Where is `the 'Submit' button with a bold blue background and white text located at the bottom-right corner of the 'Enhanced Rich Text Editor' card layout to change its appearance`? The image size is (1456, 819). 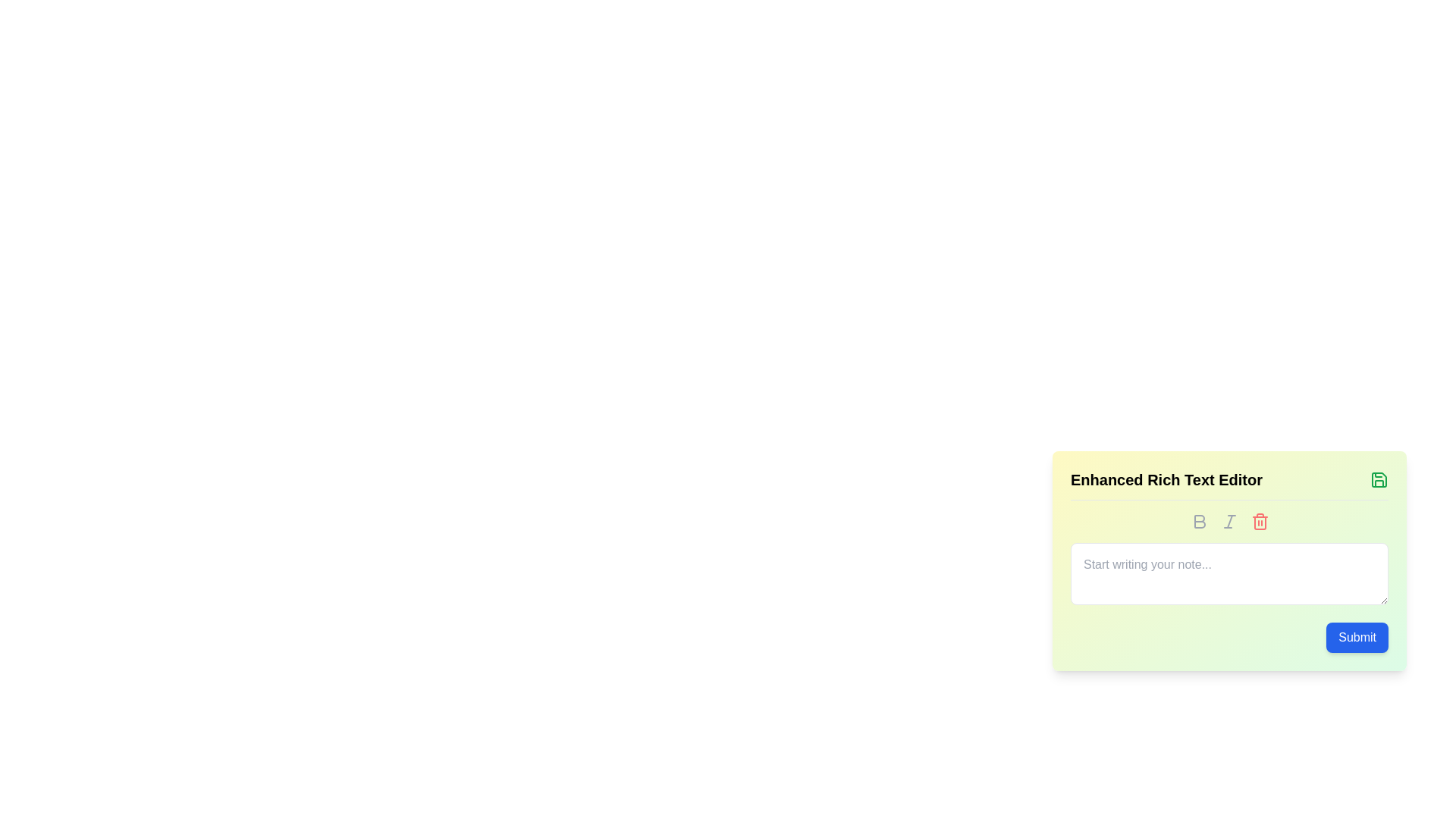
the 'Submit' button with a bold blue background and white text located at the bottom-right corner of the 'Enhanced Rich Text Editor' card layout to change its appearance is located at coordinates (1357, 637).